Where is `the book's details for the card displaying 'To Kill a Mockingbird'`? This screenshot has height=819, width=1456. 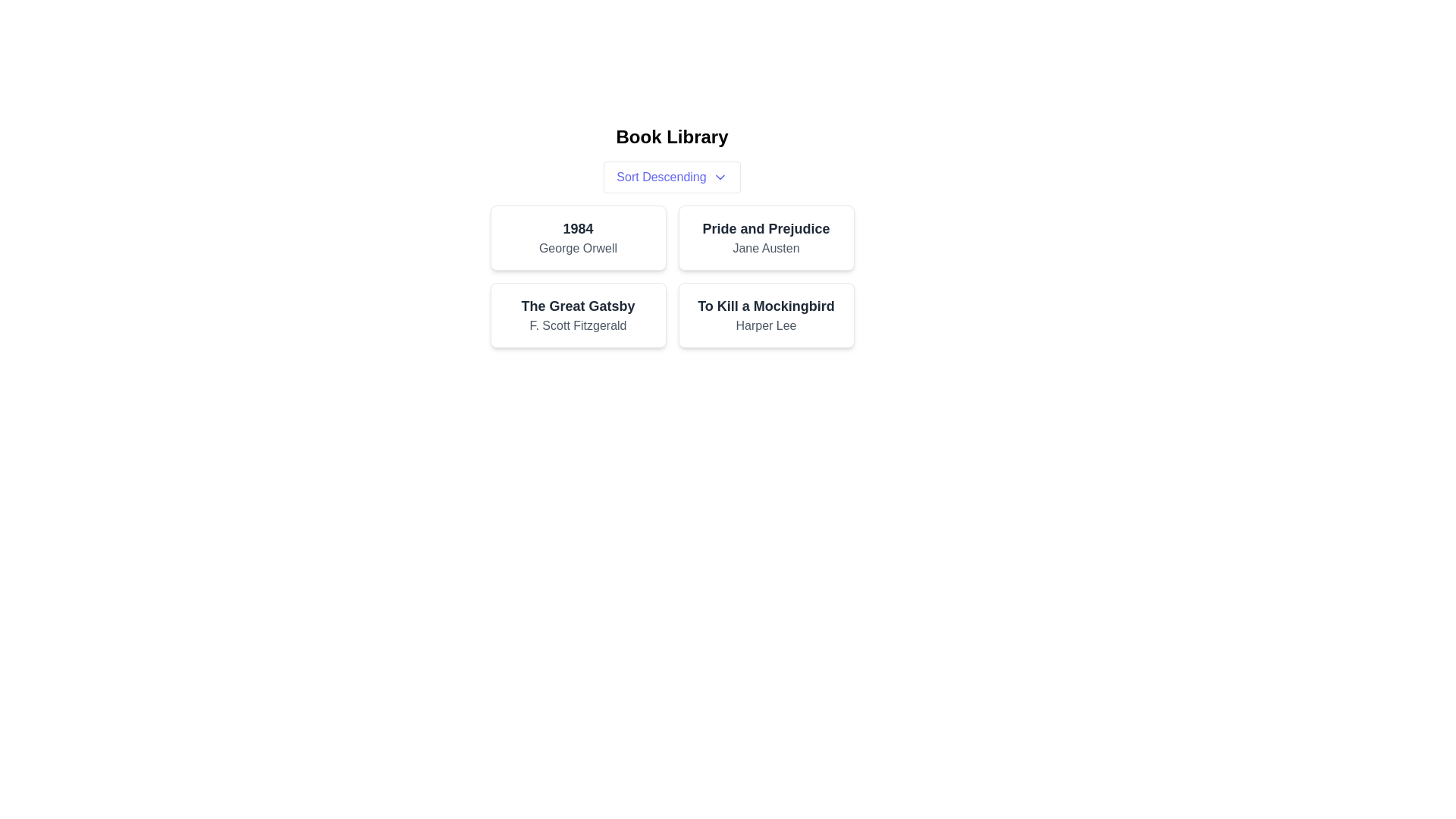
the book's details for the card displaying 'To Kill a Mockingbird' is located at coordinates (766, 315).